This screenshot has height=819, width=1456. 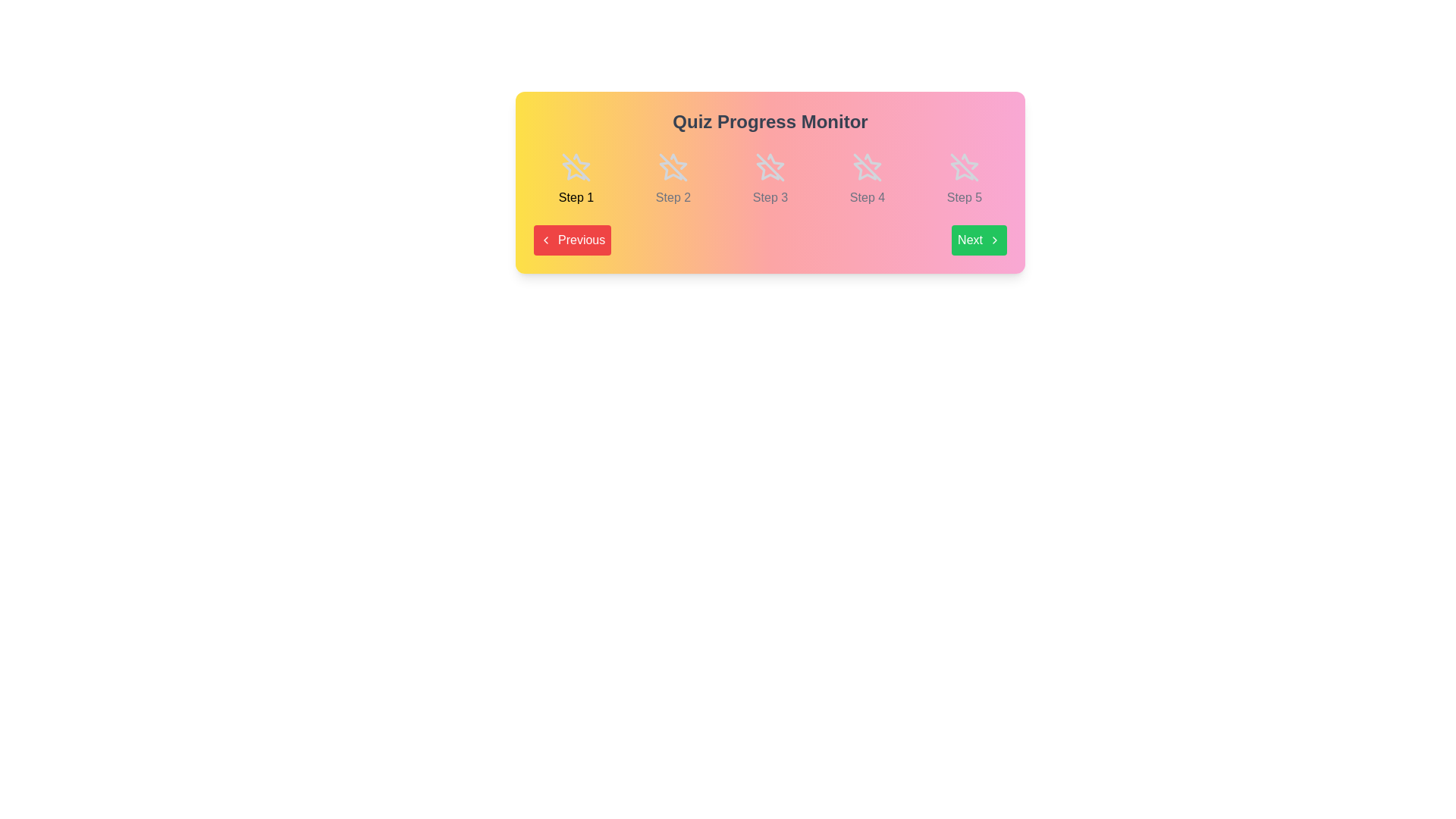 What do you see at coordinates (673, 178) in the screenshot?
I see `the second step in the multi-step progress indicator, which is visually represented by a composite of an icon and text label` at bounding box center [673, 178].